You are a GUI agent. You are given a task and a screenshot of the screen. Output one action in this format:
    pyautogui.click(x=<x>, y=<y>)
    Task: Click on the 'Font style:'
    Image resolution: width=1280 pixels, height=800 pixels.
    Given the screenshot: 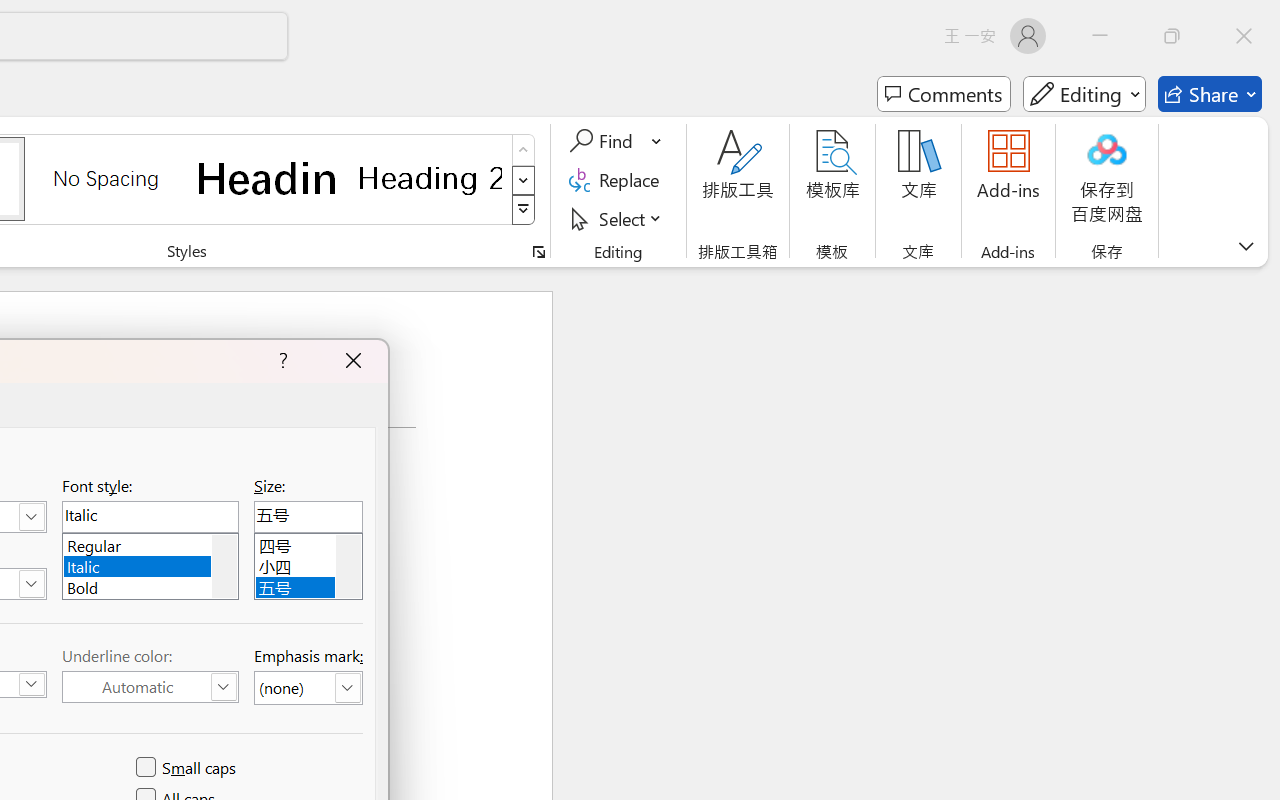 What is the action you would take?
    pyautogui.click(x=149, y=515)
    